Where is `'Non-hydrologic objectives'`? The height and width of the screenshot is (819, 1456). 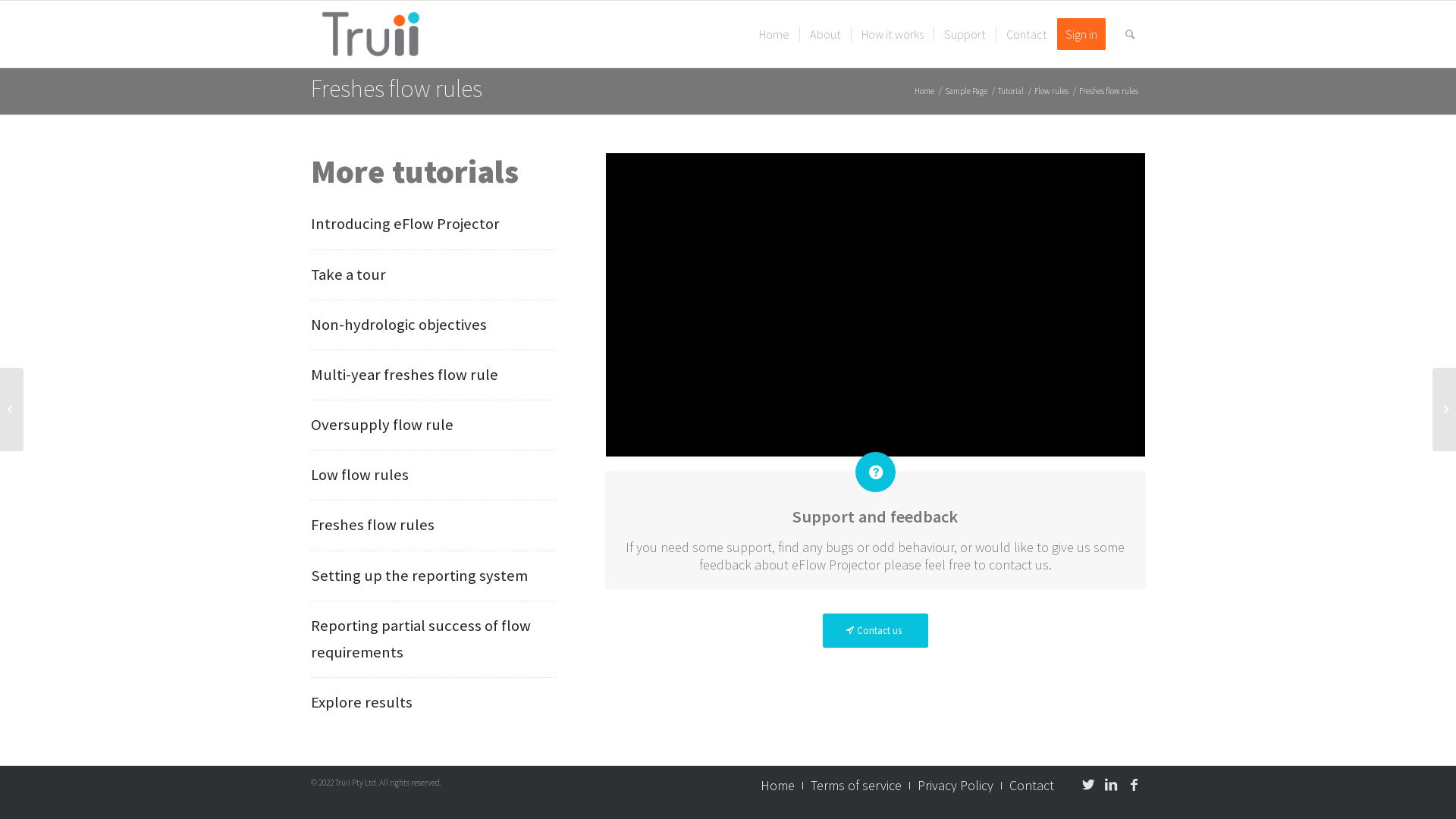 'Non-hydrologic objectives' is located at coordinates (399, 324).